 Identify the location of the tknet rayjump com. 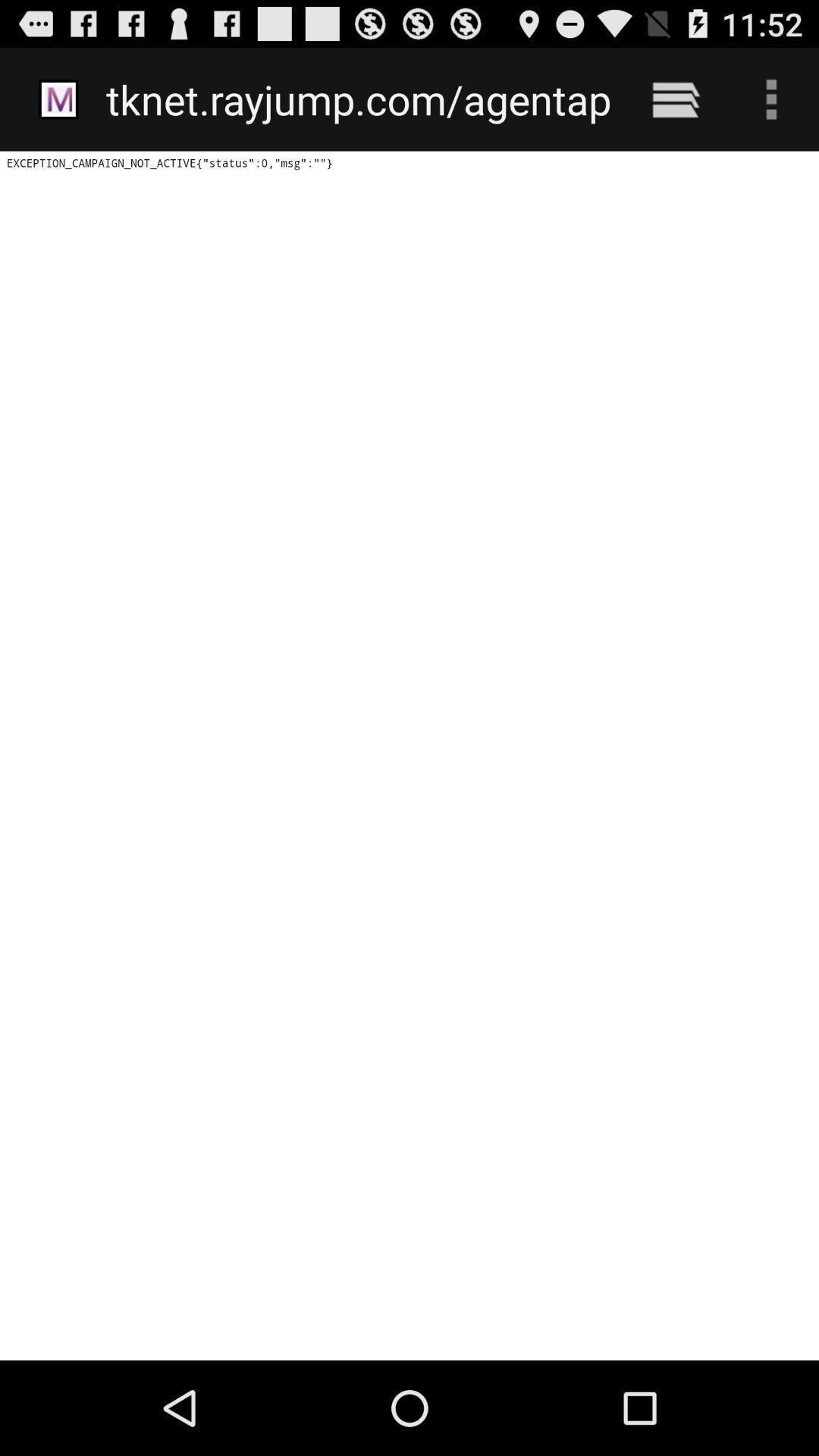
(358, 99).